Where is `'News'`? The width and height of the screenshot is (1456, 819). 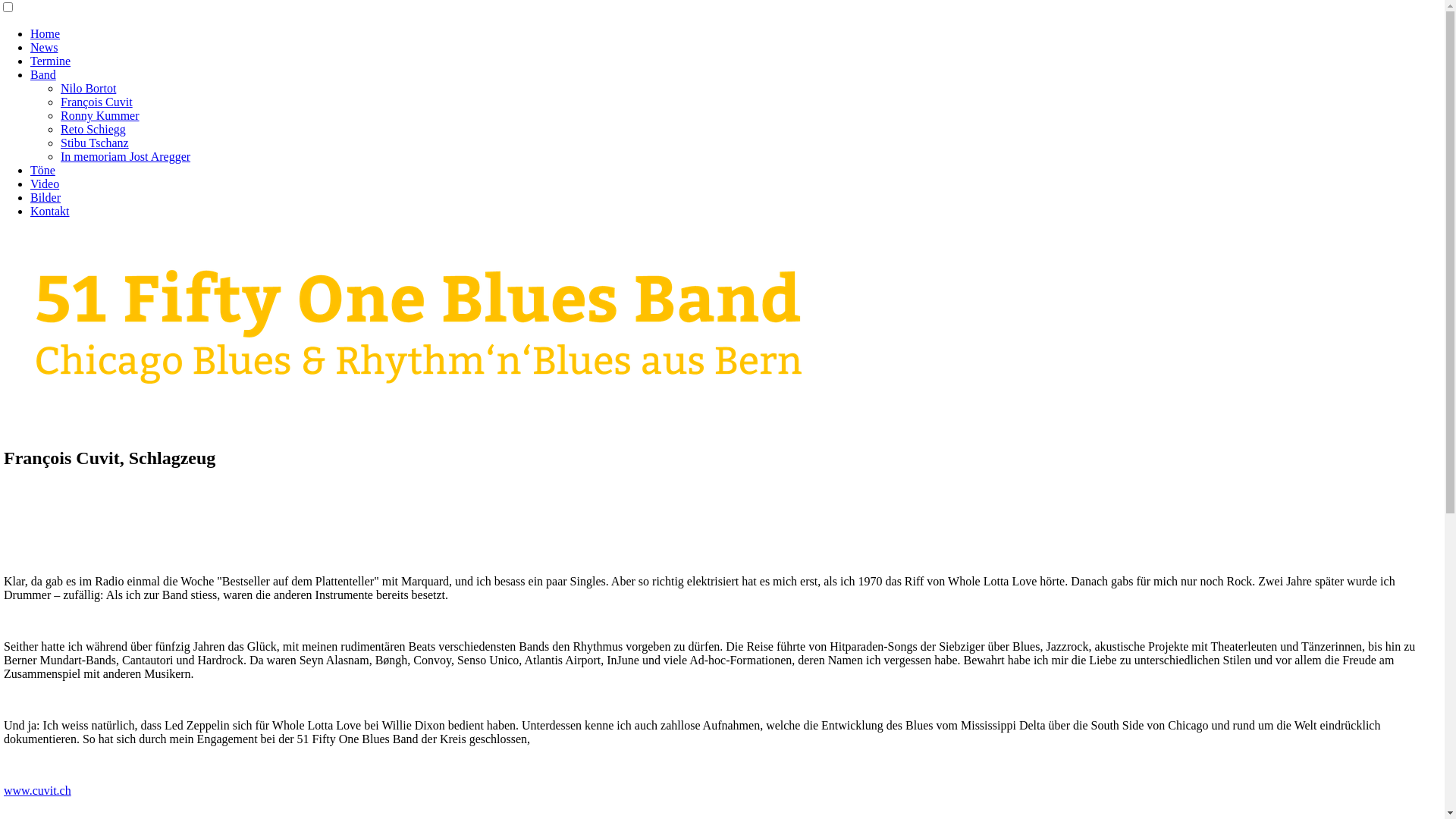
'News' is located at coordinates (30, 46).